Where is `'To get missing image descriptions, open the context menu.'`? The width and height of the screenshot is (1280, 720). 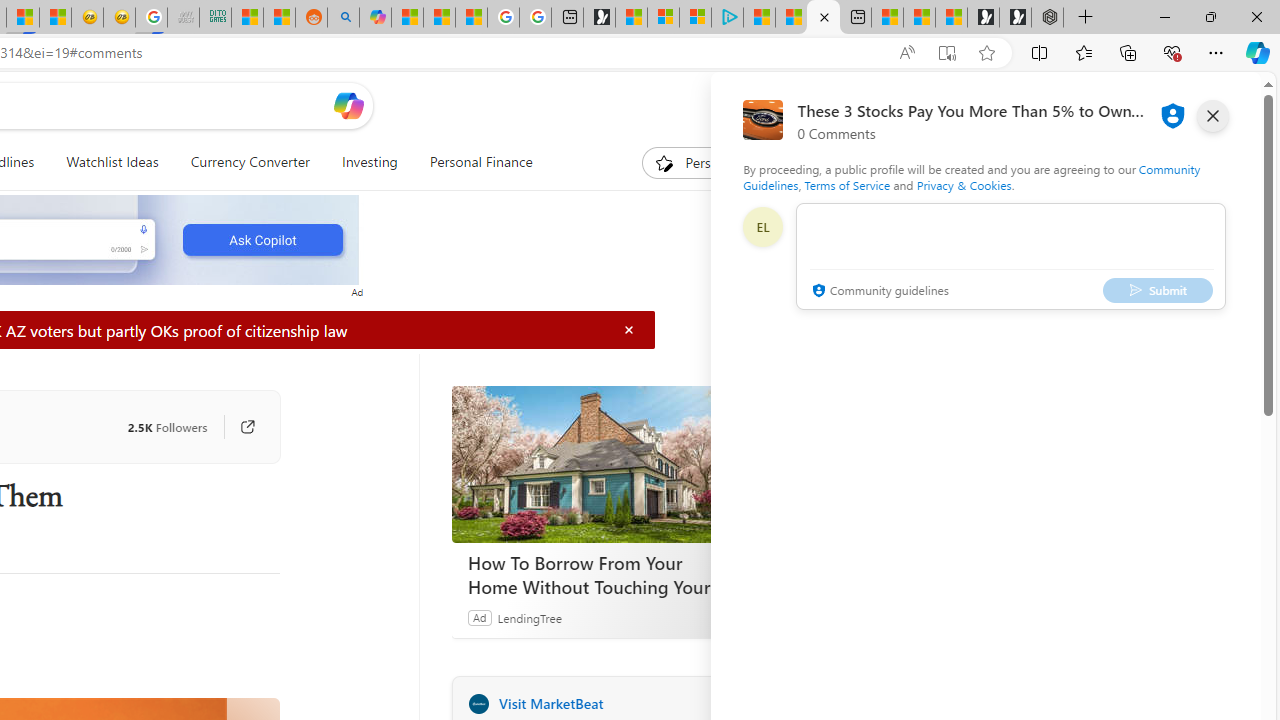 'To get missing image descriptions, open the context menu.' is located at coordinates (664, 161).